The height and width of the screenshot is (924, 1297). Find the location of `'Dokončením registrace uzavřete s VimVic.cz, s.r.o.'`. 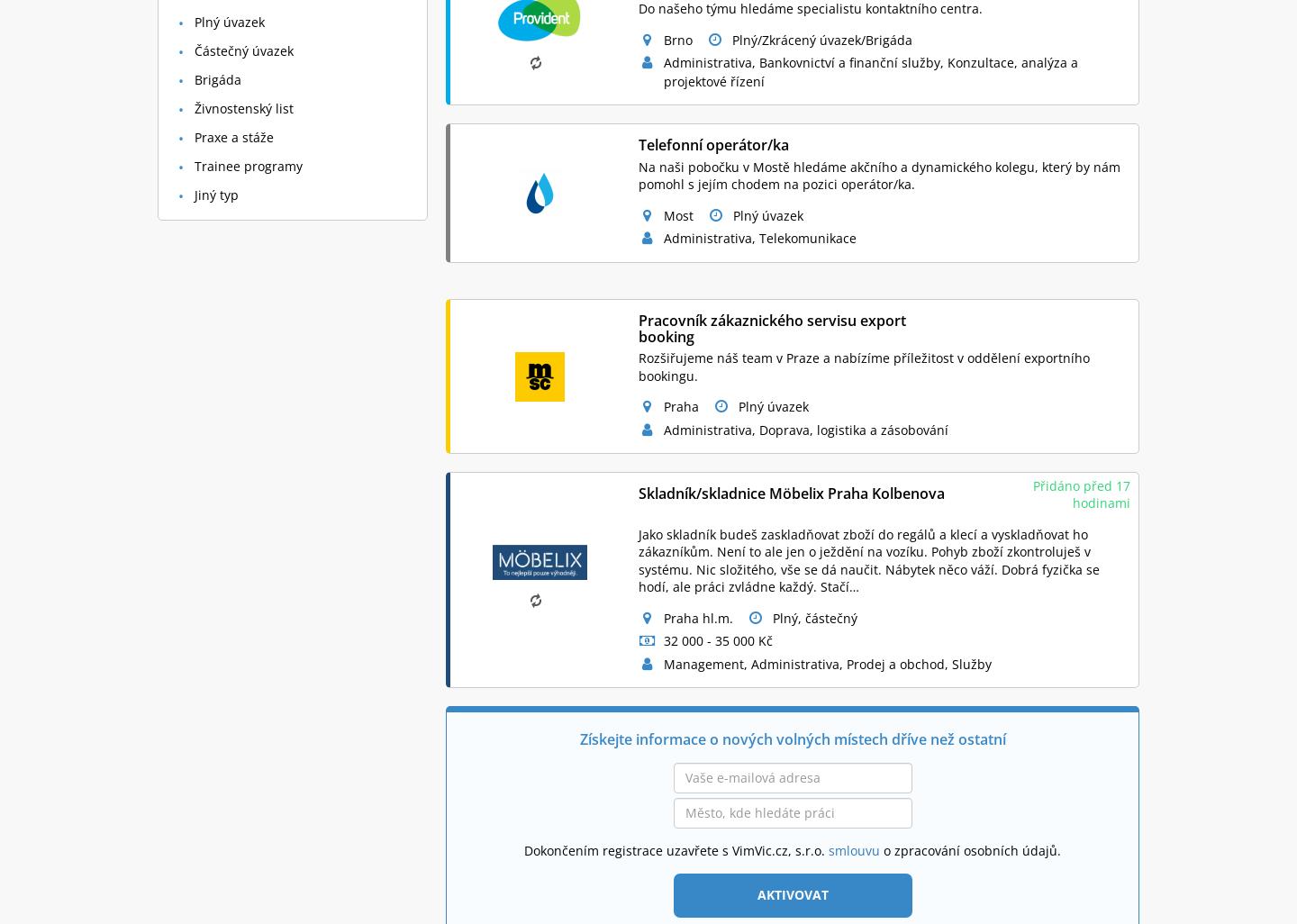

'Dokončením registrace uzavřete s VimVic.cz, s.r.o.' is located at coordinates (524, 849).